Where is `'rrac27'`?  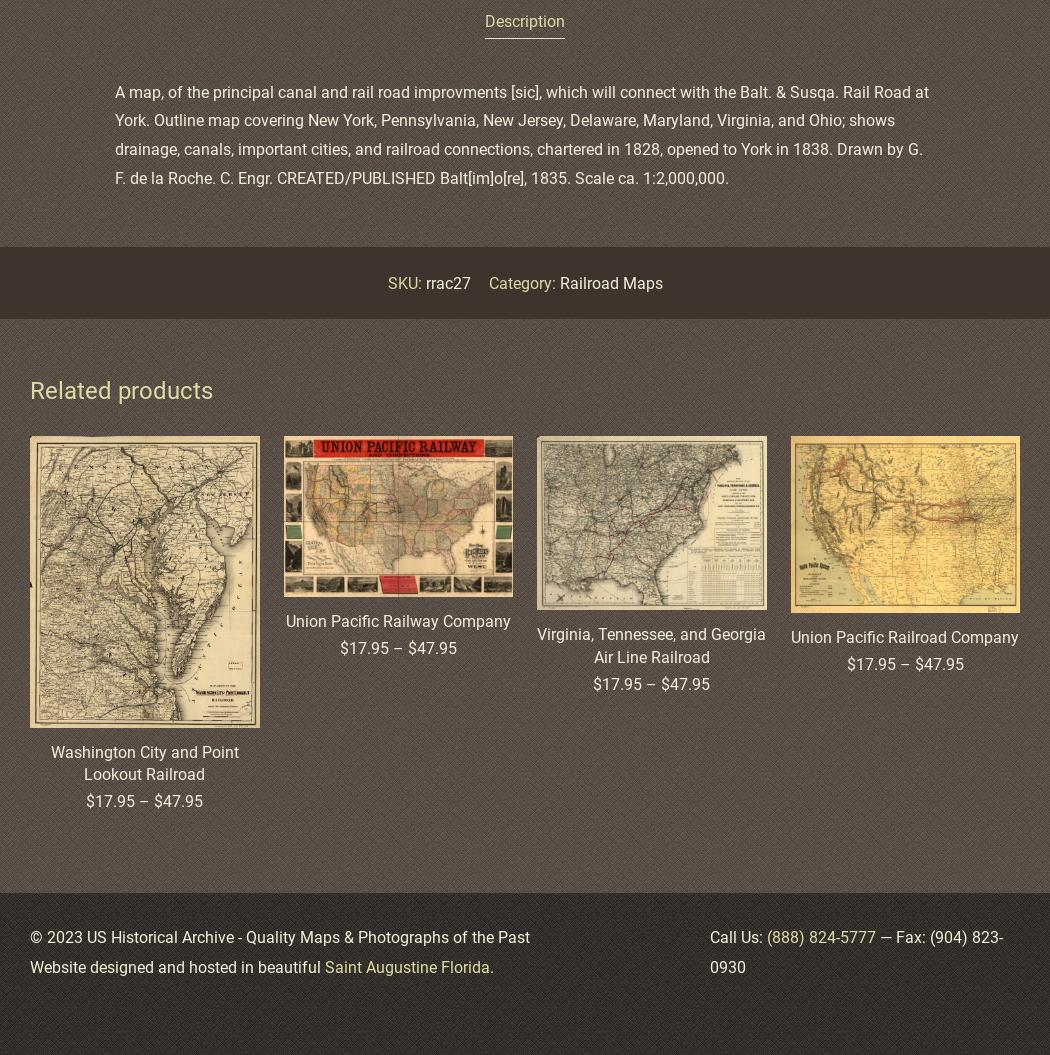
'rrac27' is located at coordinates (446, 282).